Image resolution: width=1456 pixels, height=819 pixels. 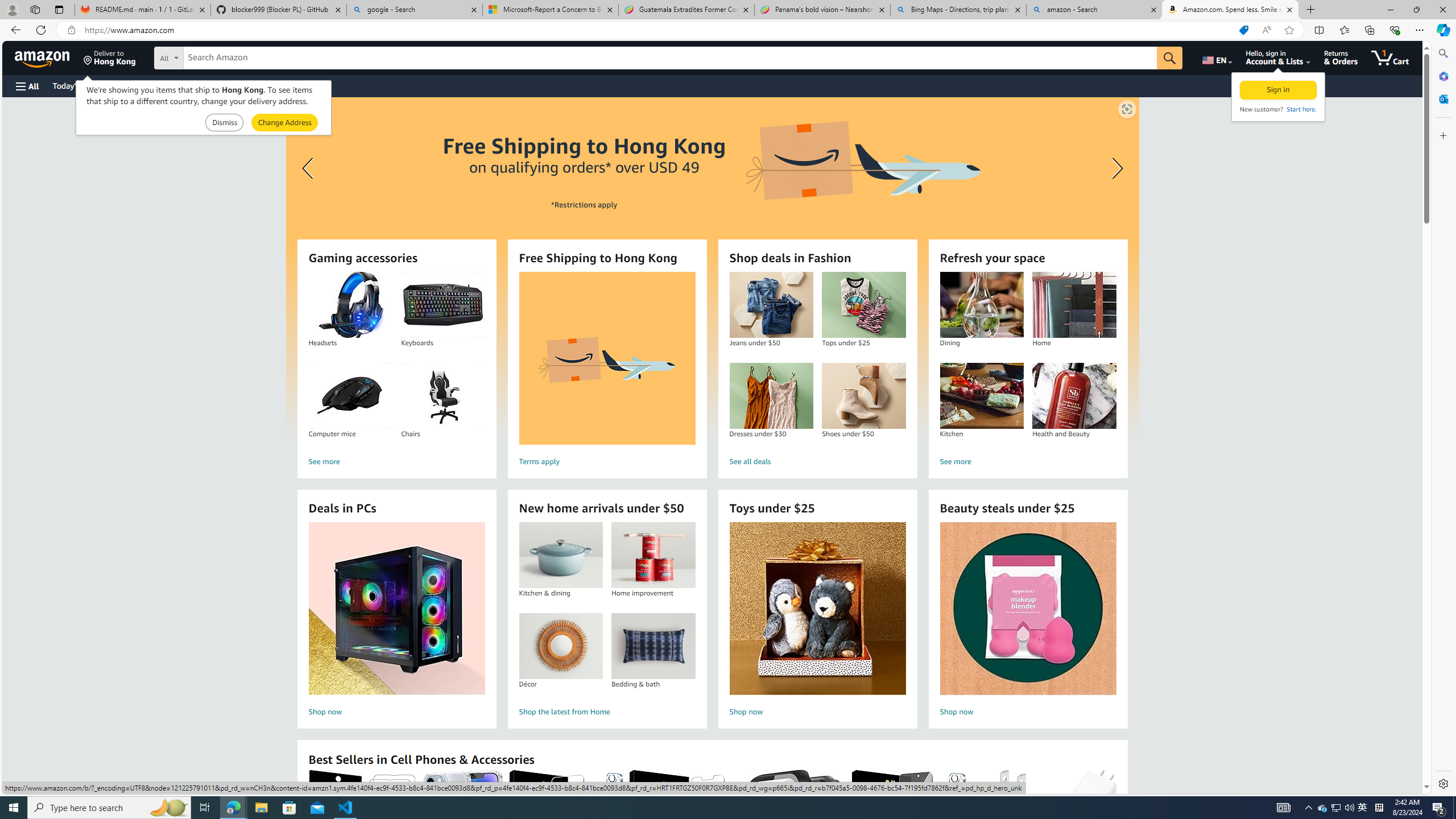 What do you see at coordinates (442, 396) in the screenshot?
I see `'Chairs'` at bounding box center [442, 396].